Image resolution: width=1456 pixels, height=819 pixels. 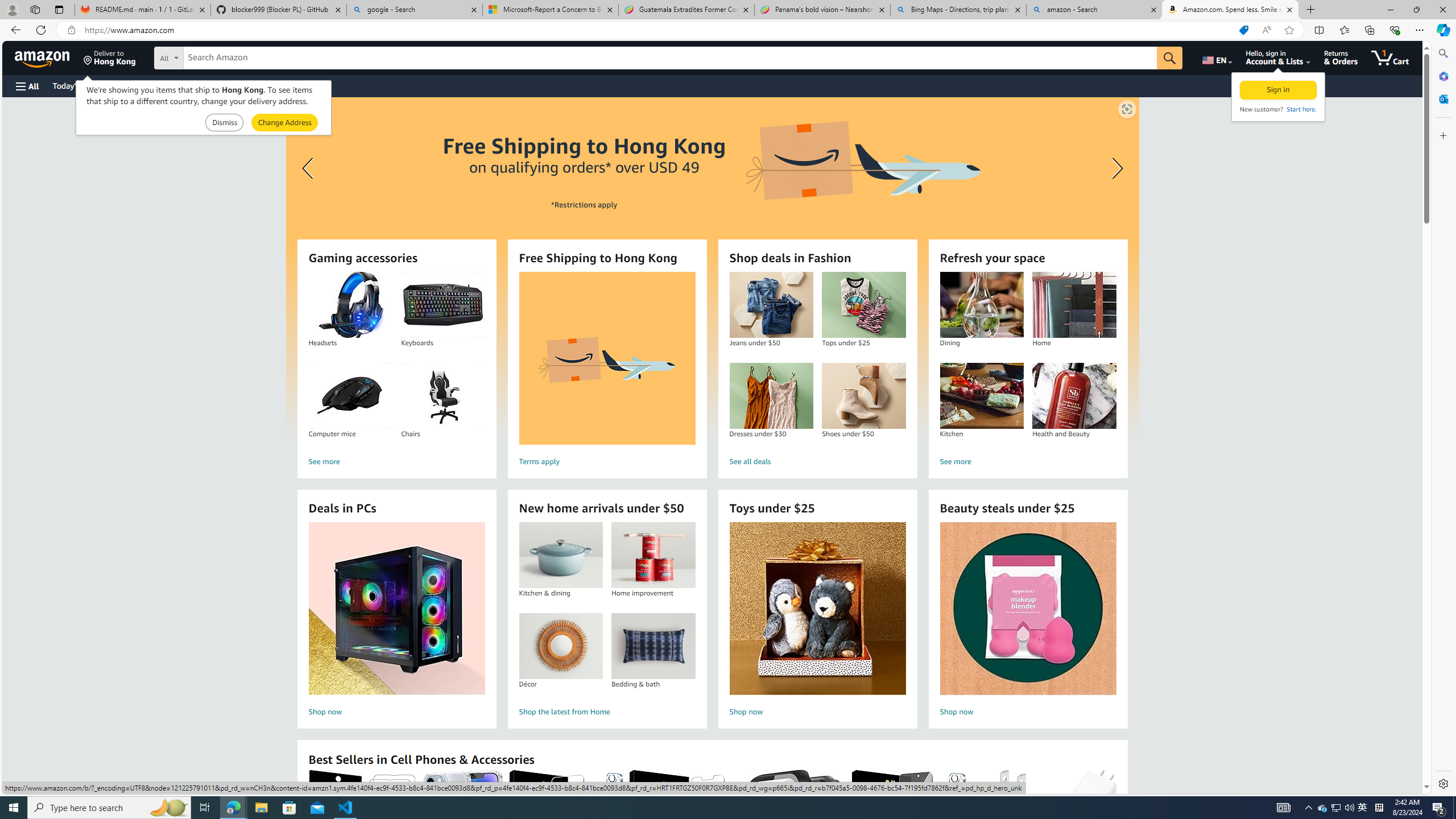 What do you see at coordinates (442, 396) in the screenshot?
I see `'Chairs'` at bounding box center [442, 396].